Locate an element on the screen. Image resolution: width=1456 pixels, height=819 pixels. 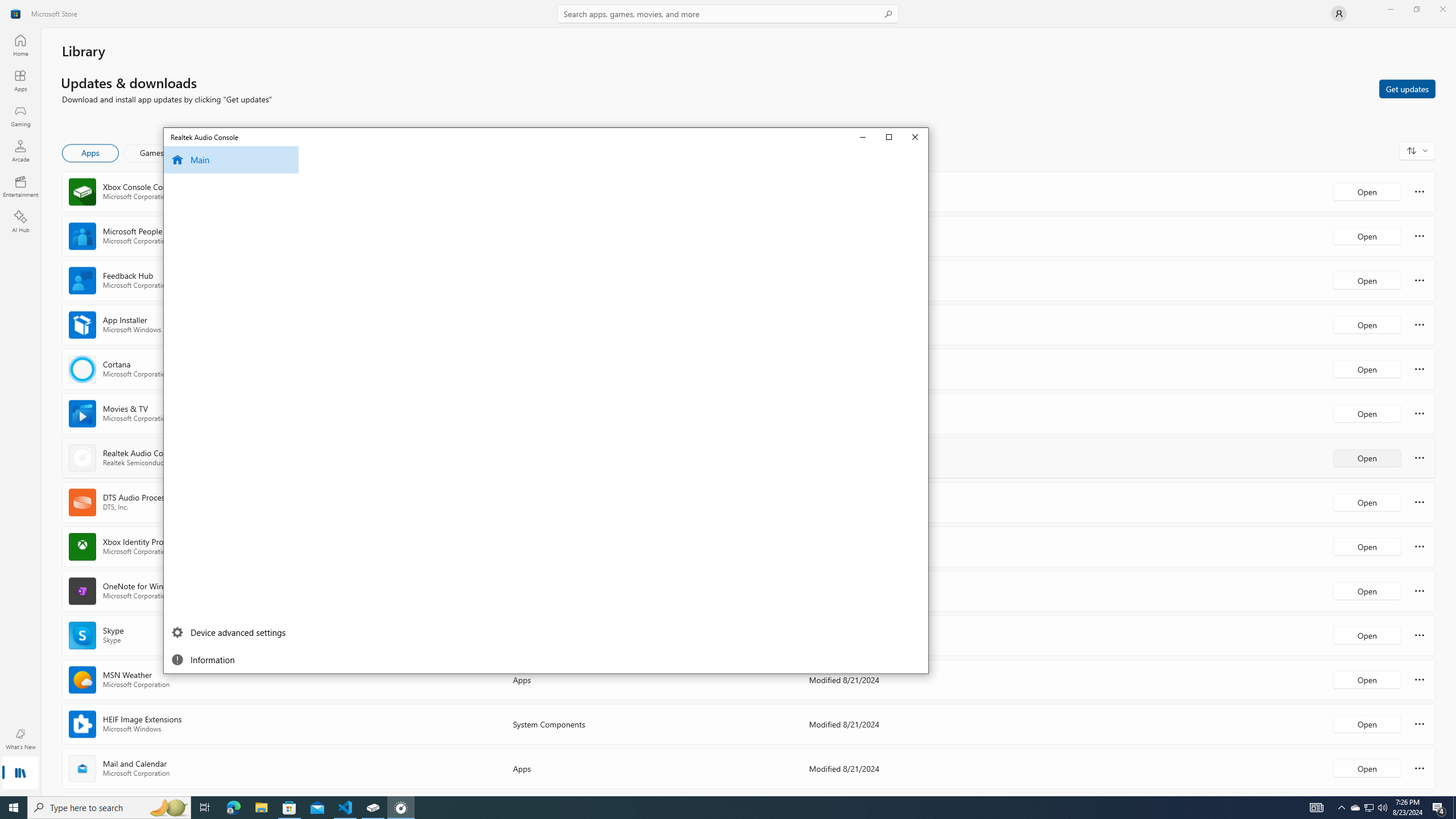
'Search' is located at coordinates (728, 13).